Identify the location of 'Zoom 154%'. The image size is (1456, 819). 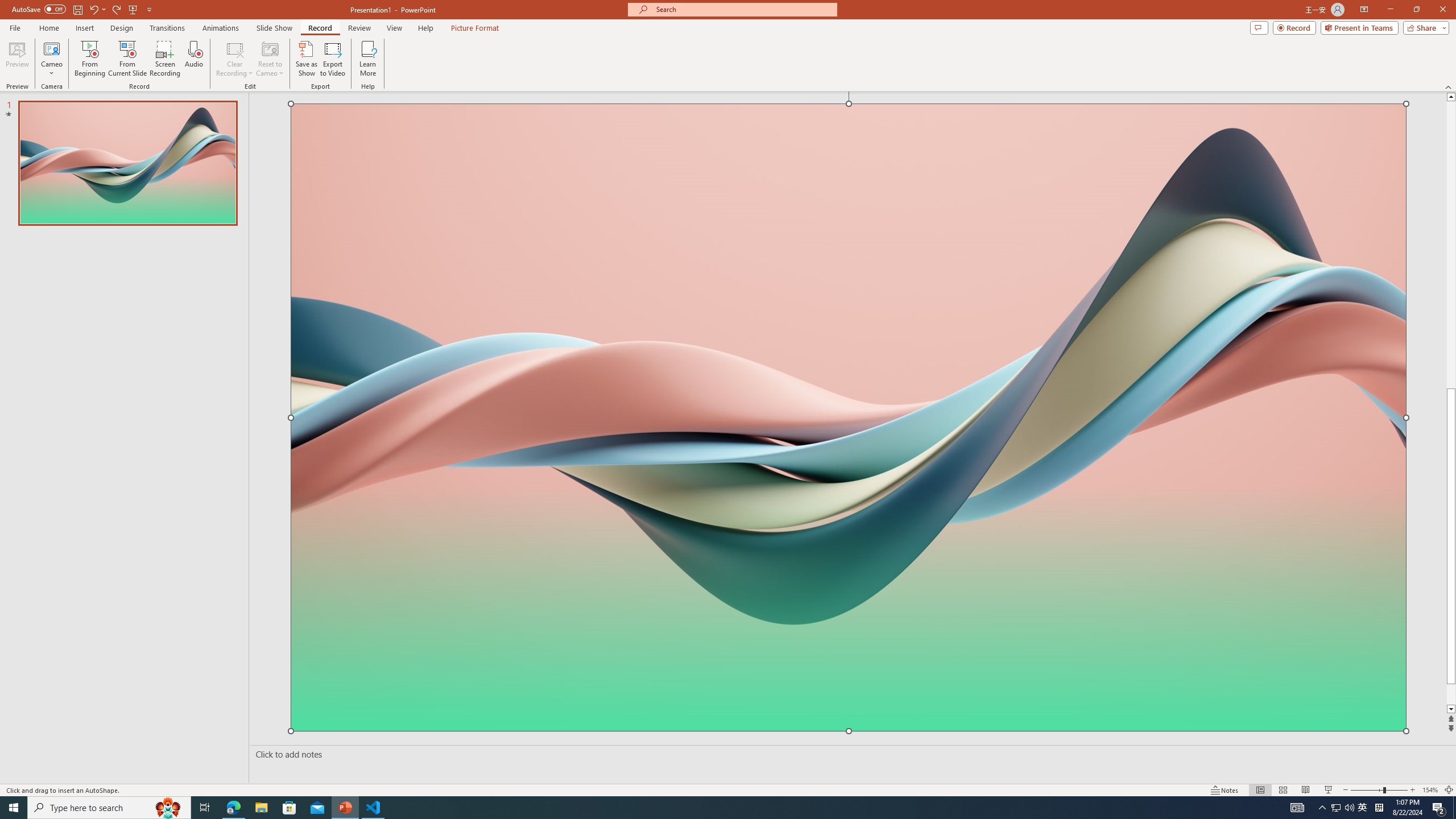
(1430, 790).